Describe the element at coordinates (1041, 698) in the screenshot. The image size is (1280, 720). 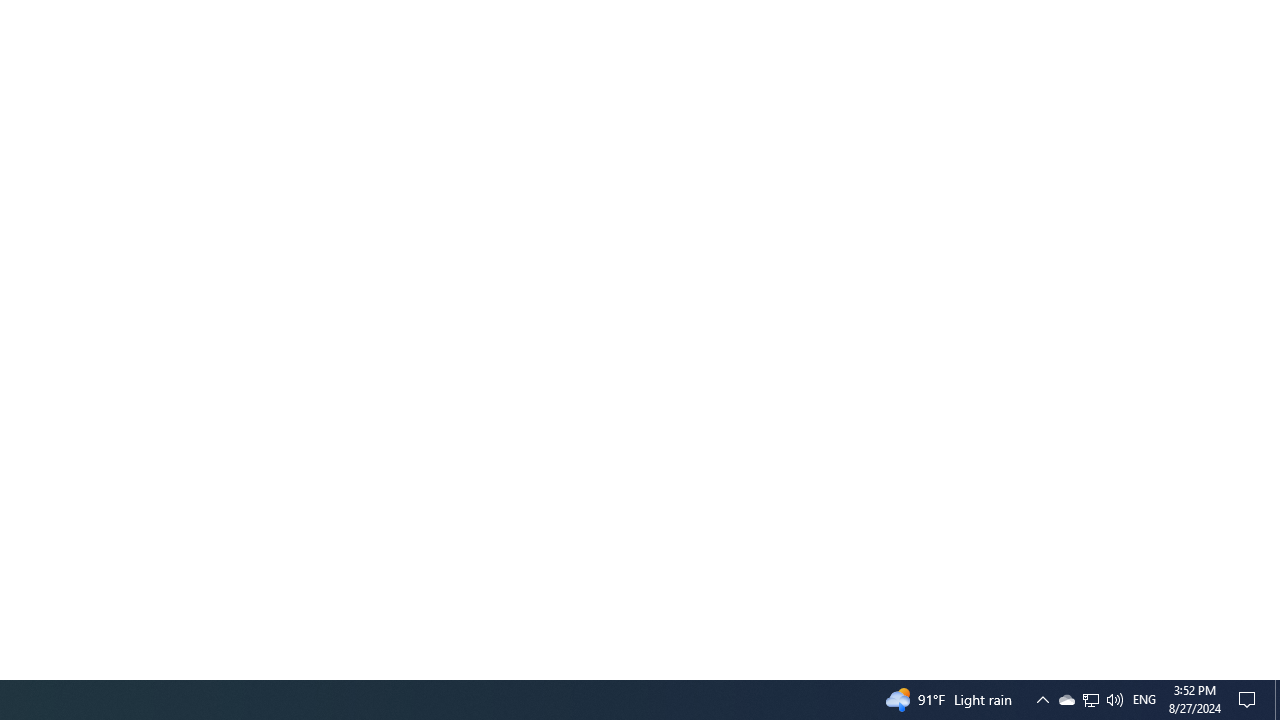
I see `'User Promoted Notification Area'` at that location.